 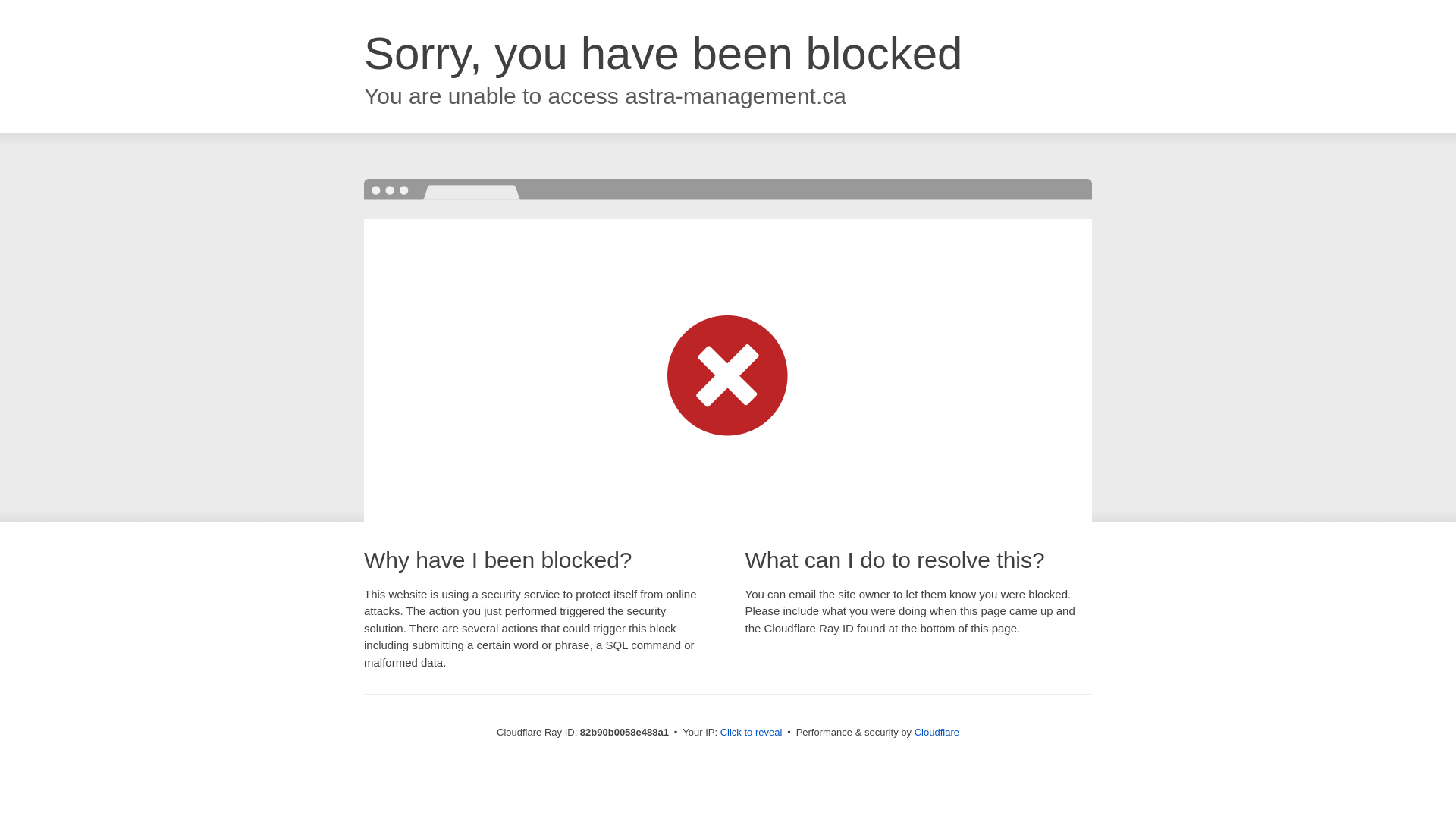 What do you see at coordinates (936, 731) in the screenshot?
I see `'Cloudflare'` at bounding box center [936, 731].